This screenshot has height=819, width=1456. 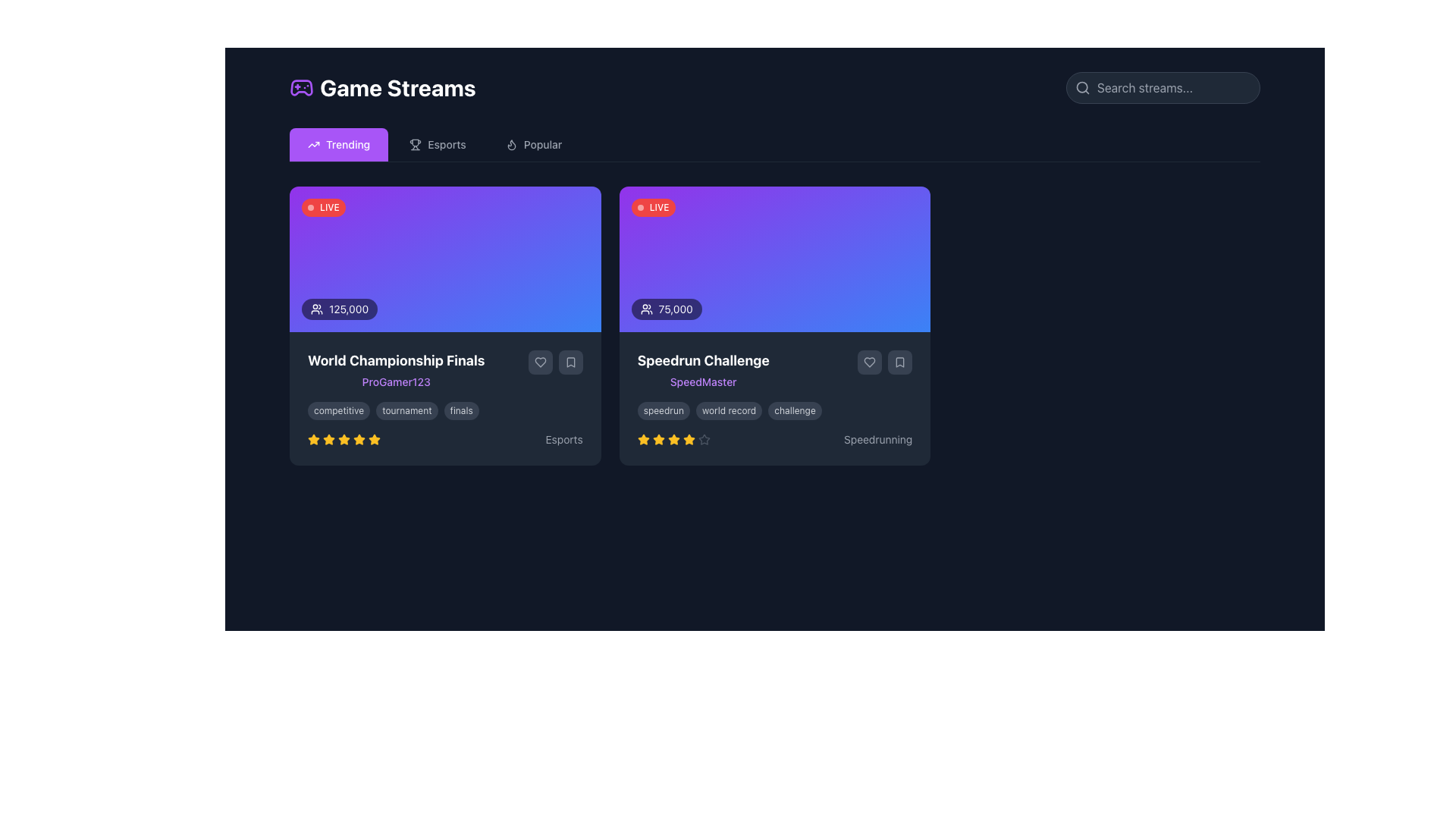 What do you see at coordinates (446, 145) in the screenshot?
I see `the 'Esports' text label located in the navigation bar next to the trophy icon` at bounding box center [446, 145].